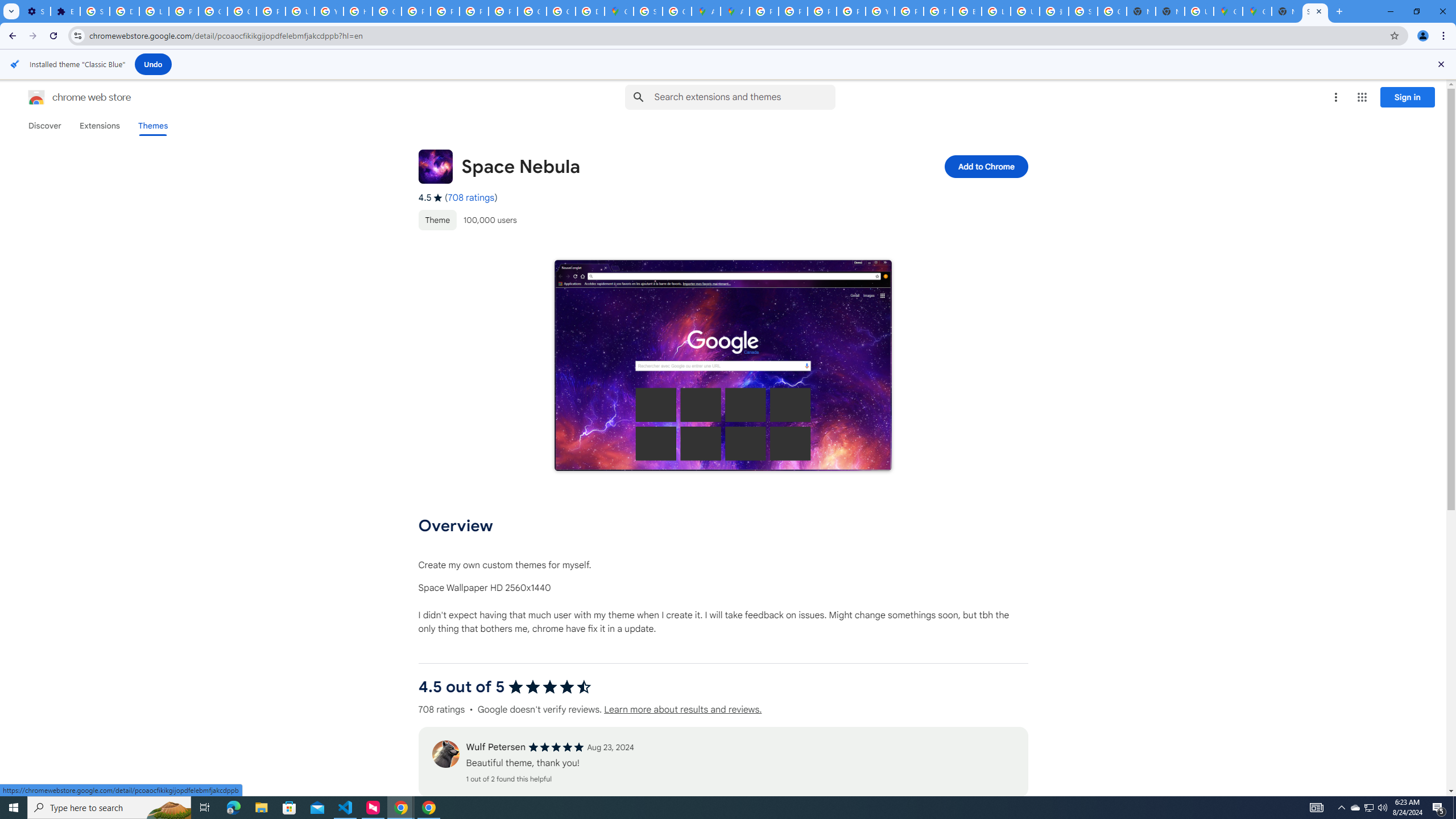  What do you see at coordinates (1286, 11) in the screenshot?
I see `'New Tab'` at bounding box center [1286, 11].